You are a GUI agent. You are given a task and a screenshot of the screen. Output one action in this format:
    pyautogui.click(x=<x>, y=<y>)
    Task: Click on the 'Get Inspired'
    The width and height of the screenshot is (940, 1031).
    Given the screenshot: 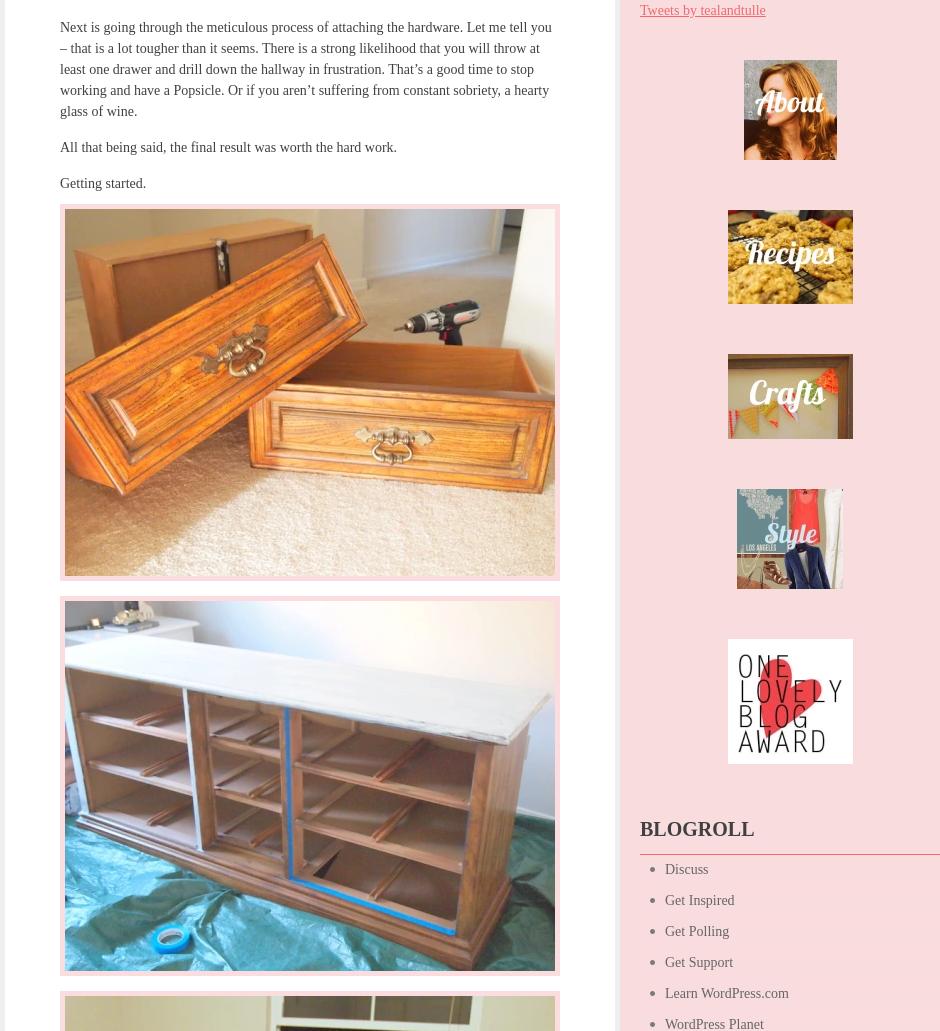 What is the action you would take?
    pyautogui.click(x=698, y=900)
    